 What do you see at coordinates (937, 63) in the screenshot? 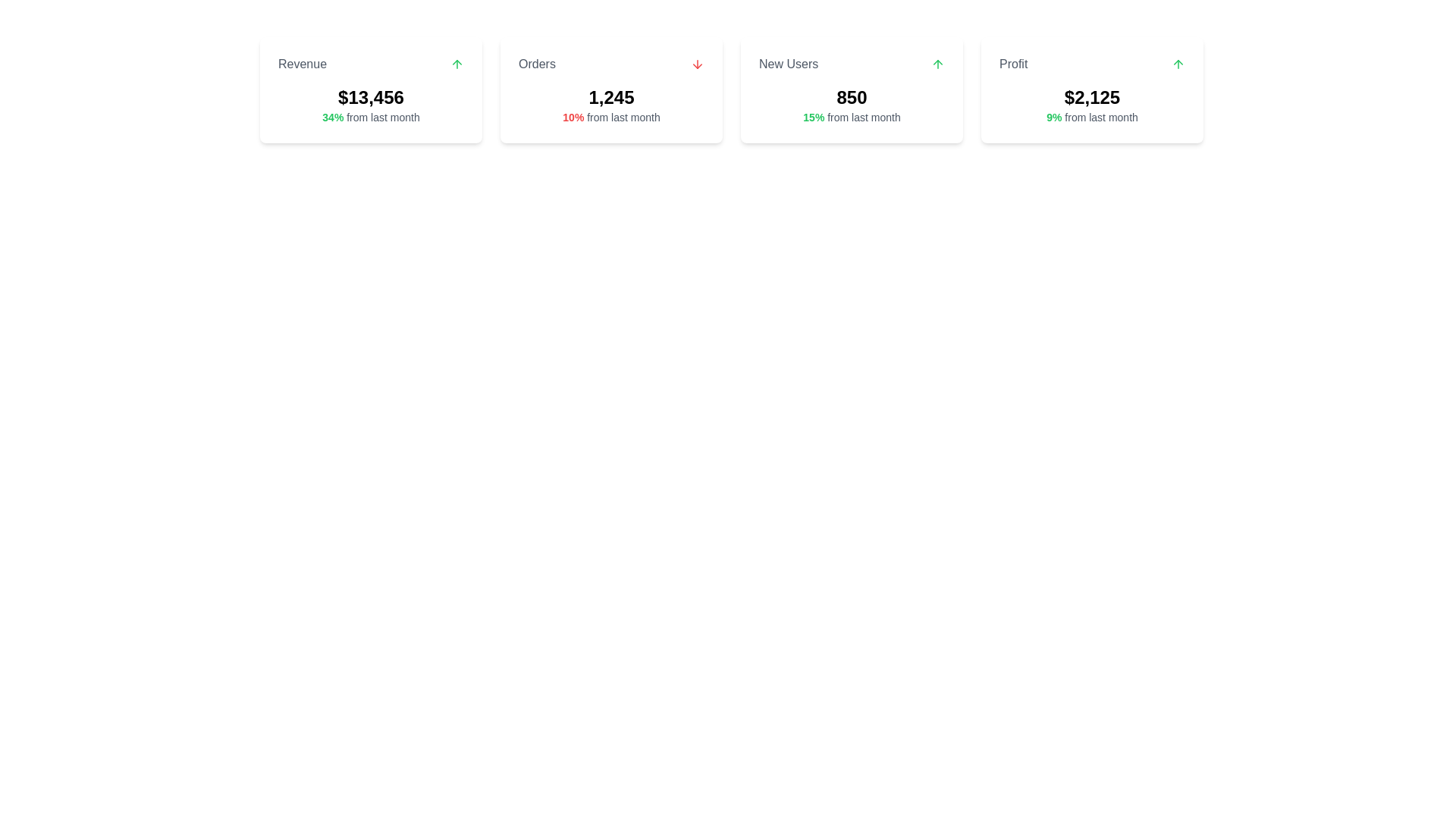
I see `the visual indication of the upward arrow icon located in the 'New Users' section card, at the top-right corner adjacent to the user count display` at bounding box center [937, 63].